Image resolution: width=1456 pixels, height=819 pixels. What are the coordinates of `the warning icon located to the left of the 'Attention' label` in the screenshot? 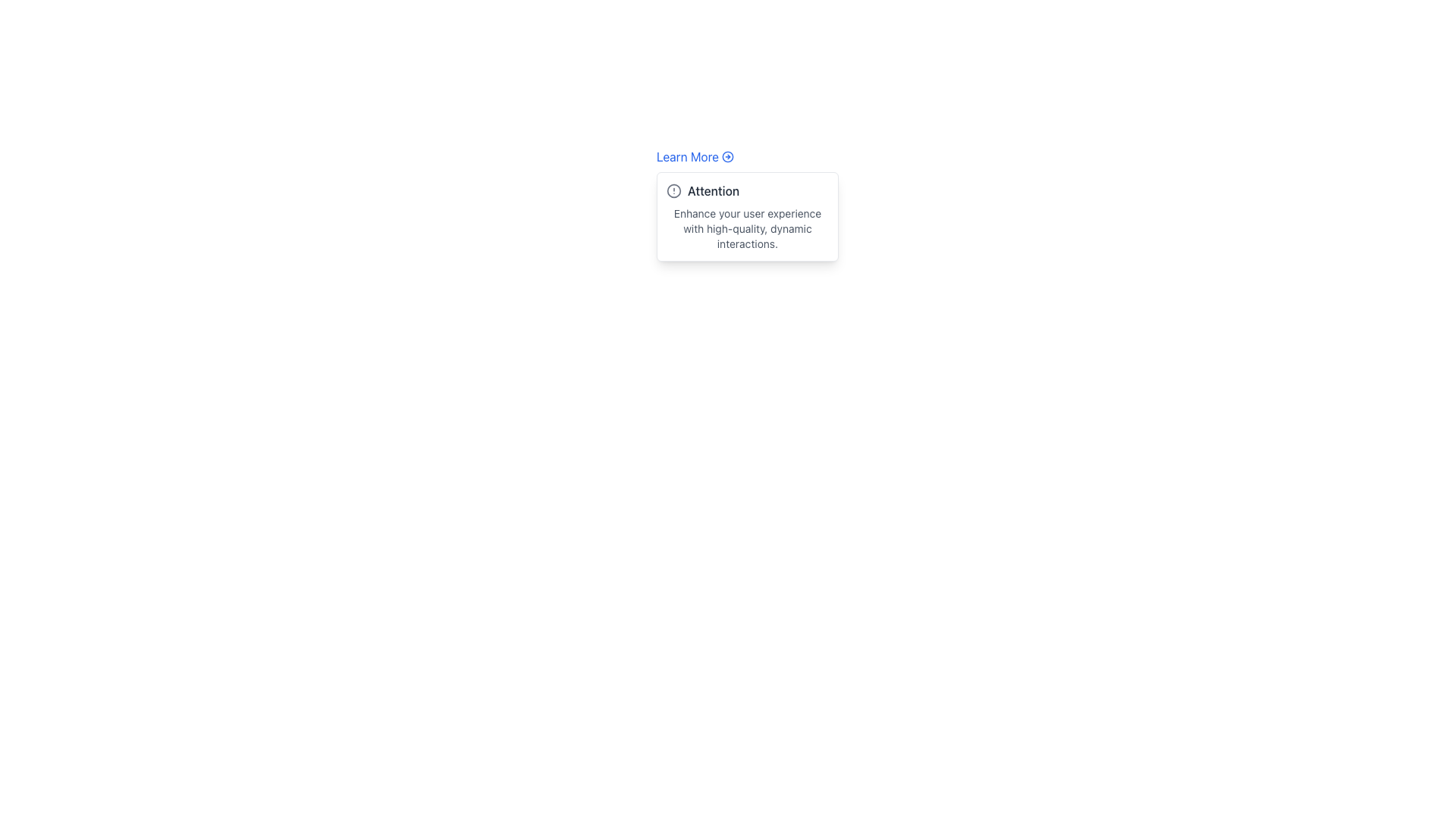 It's located at (673, 190).